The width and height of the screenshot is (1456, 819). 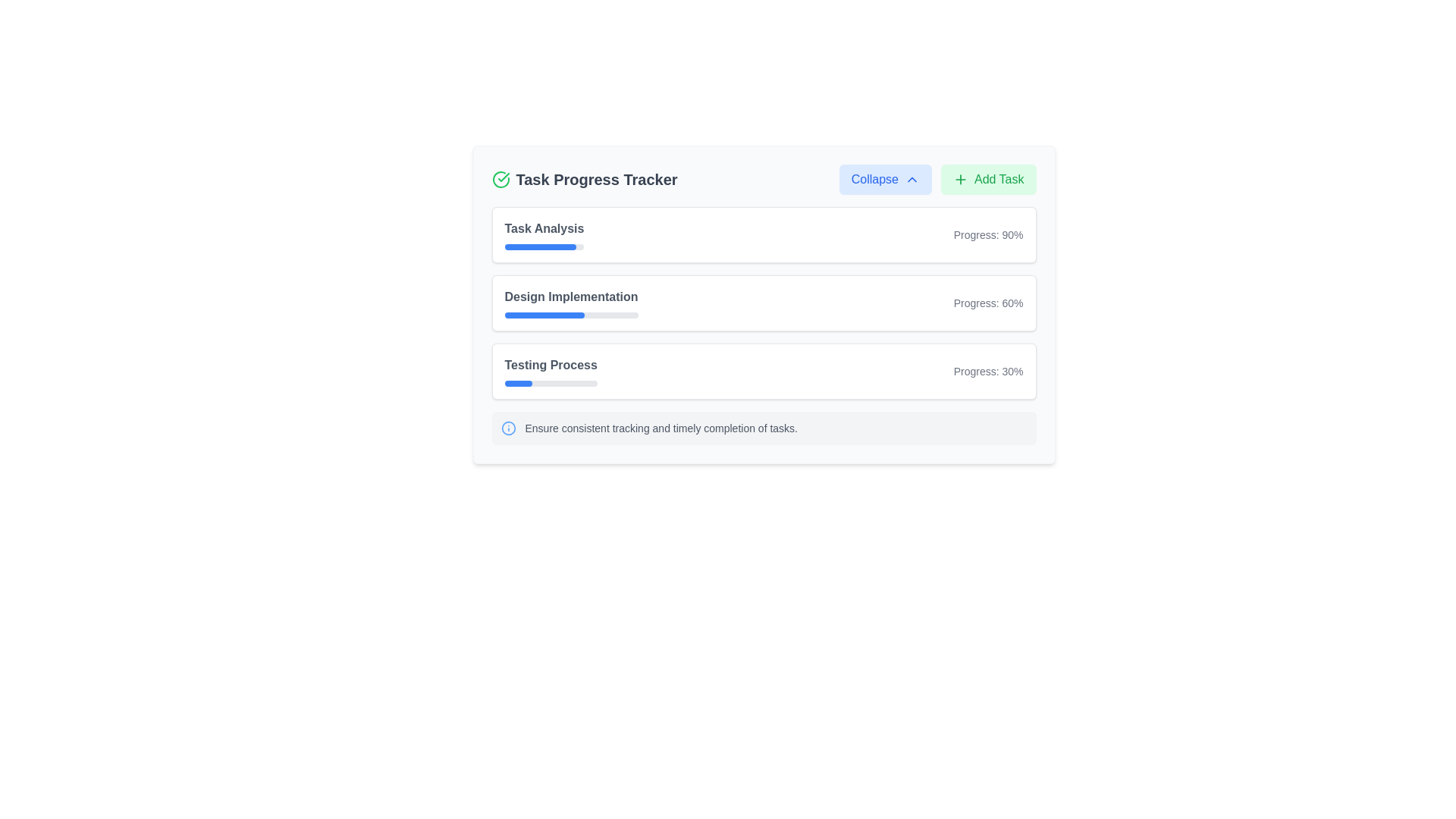 What do you see at coordinates (550, 366) in the screenshot?
I see `the text label that serves as the title for the task in the third row of the progress tracker, indicating a task with 30% completion` at bounding box center [550, 366].